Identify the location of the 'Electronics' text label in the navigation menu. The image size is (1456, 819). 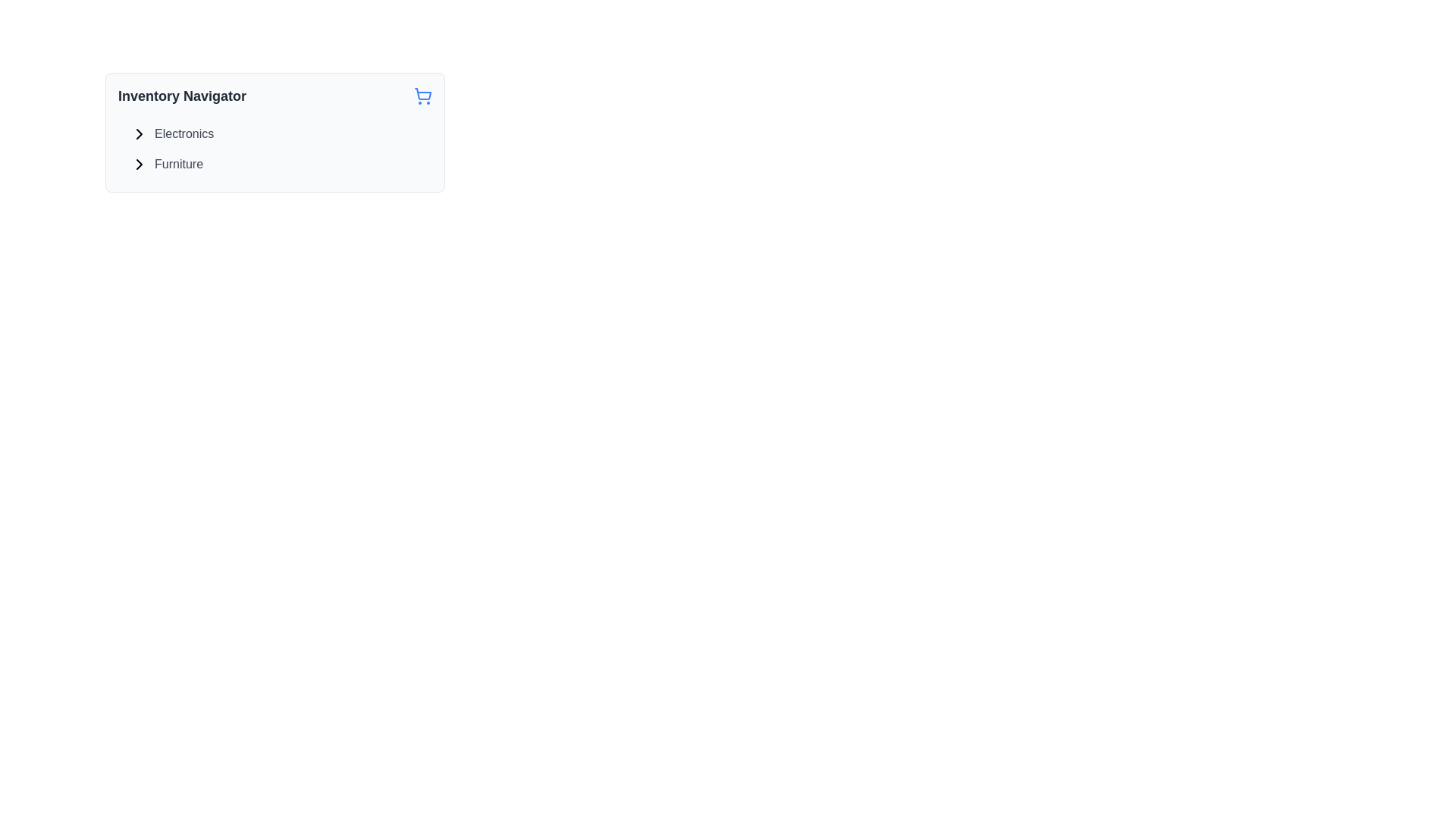
(184, 133).